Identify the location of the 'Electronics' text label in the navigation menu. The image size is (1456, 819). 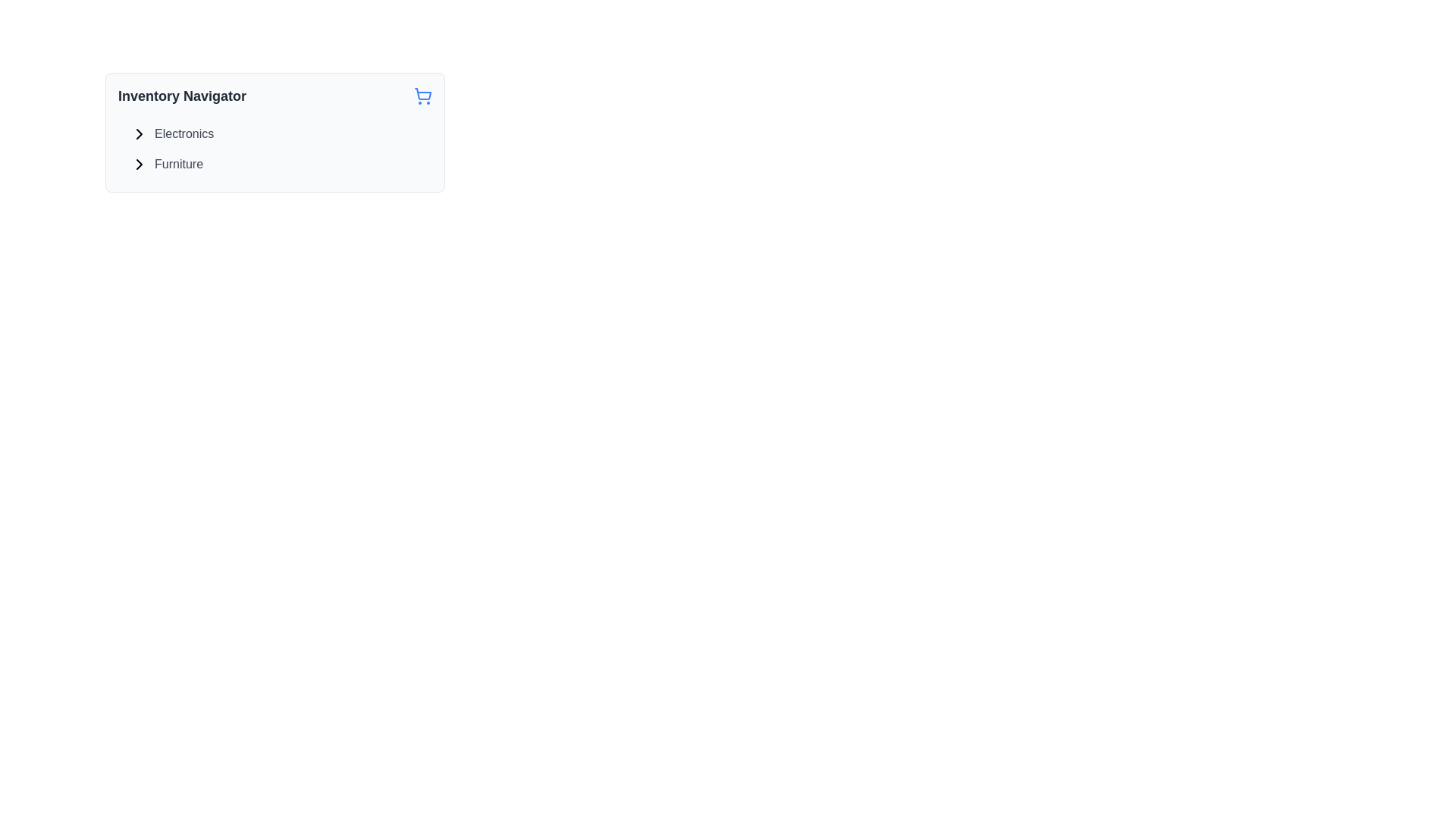
(184, 133).